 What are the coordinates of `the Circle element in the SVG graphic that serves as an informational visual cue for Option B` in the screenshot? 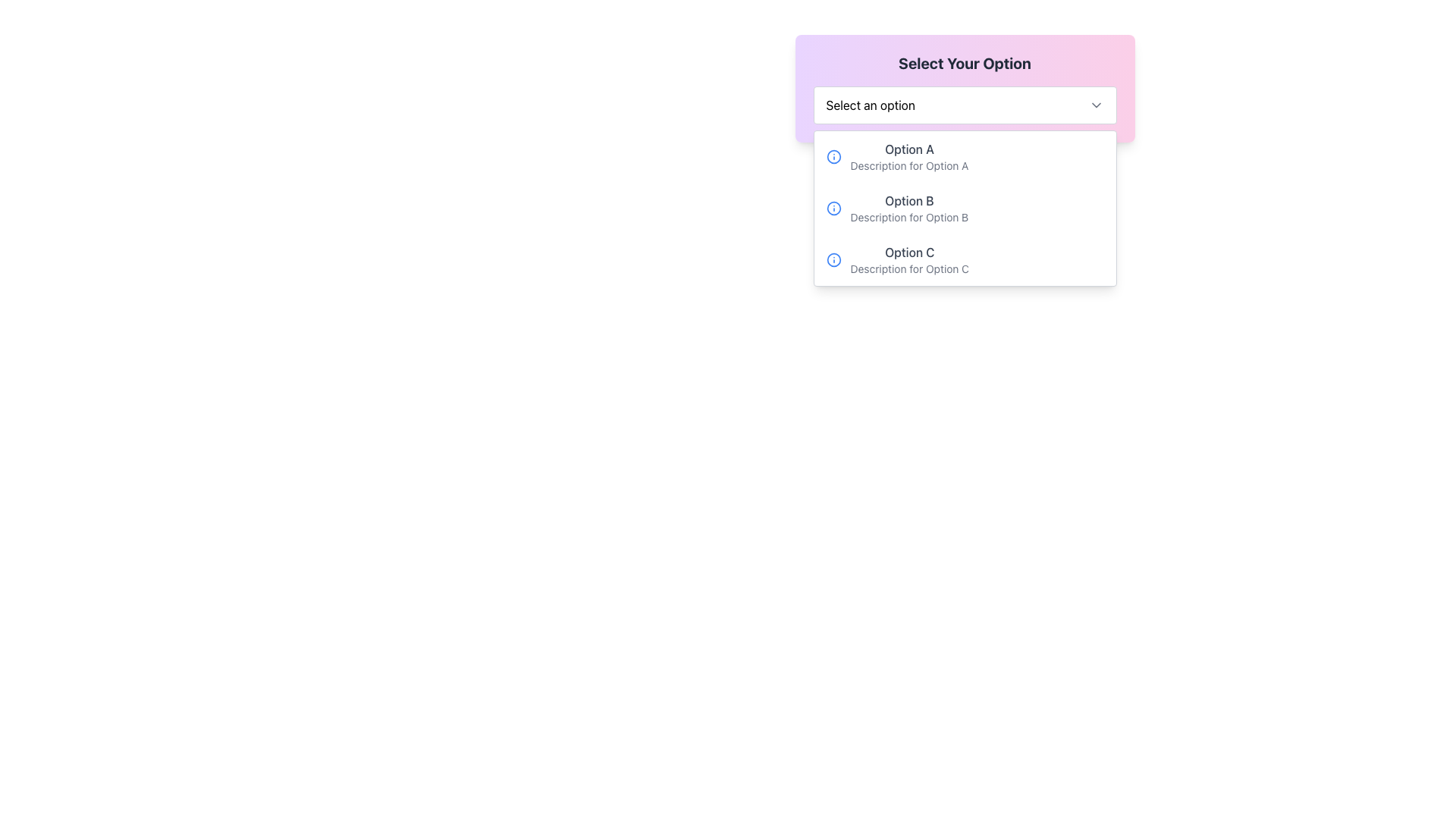 It's located at (833, 208).